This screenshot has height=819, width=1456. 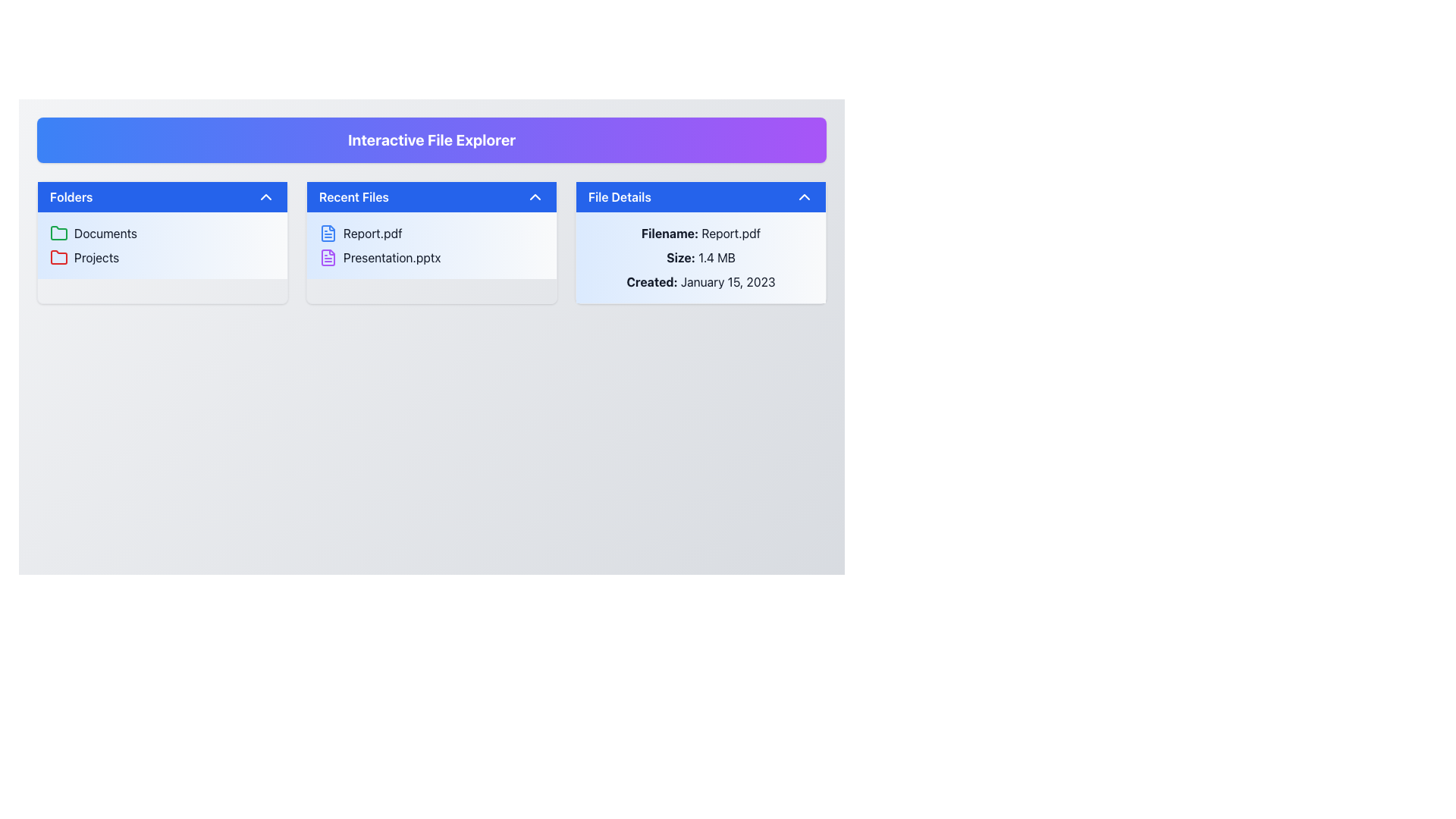 I want to click on the 'File Details' text label which is displayed in white on a blue background bar at the top of the rightmost panel, so click(x=620, y=196).